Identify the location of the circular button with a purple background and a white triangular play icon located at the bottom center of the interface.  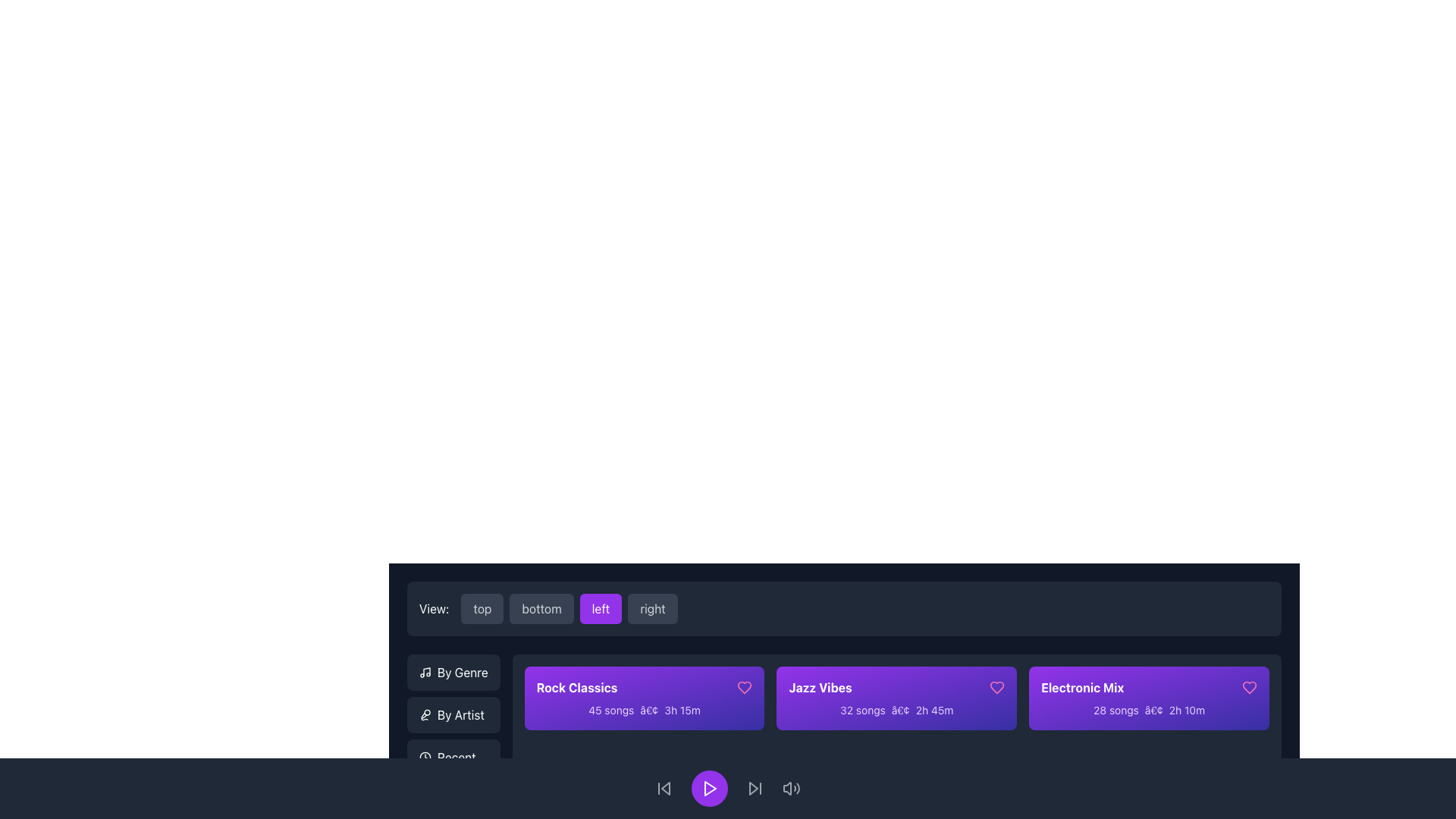
(709, 788).